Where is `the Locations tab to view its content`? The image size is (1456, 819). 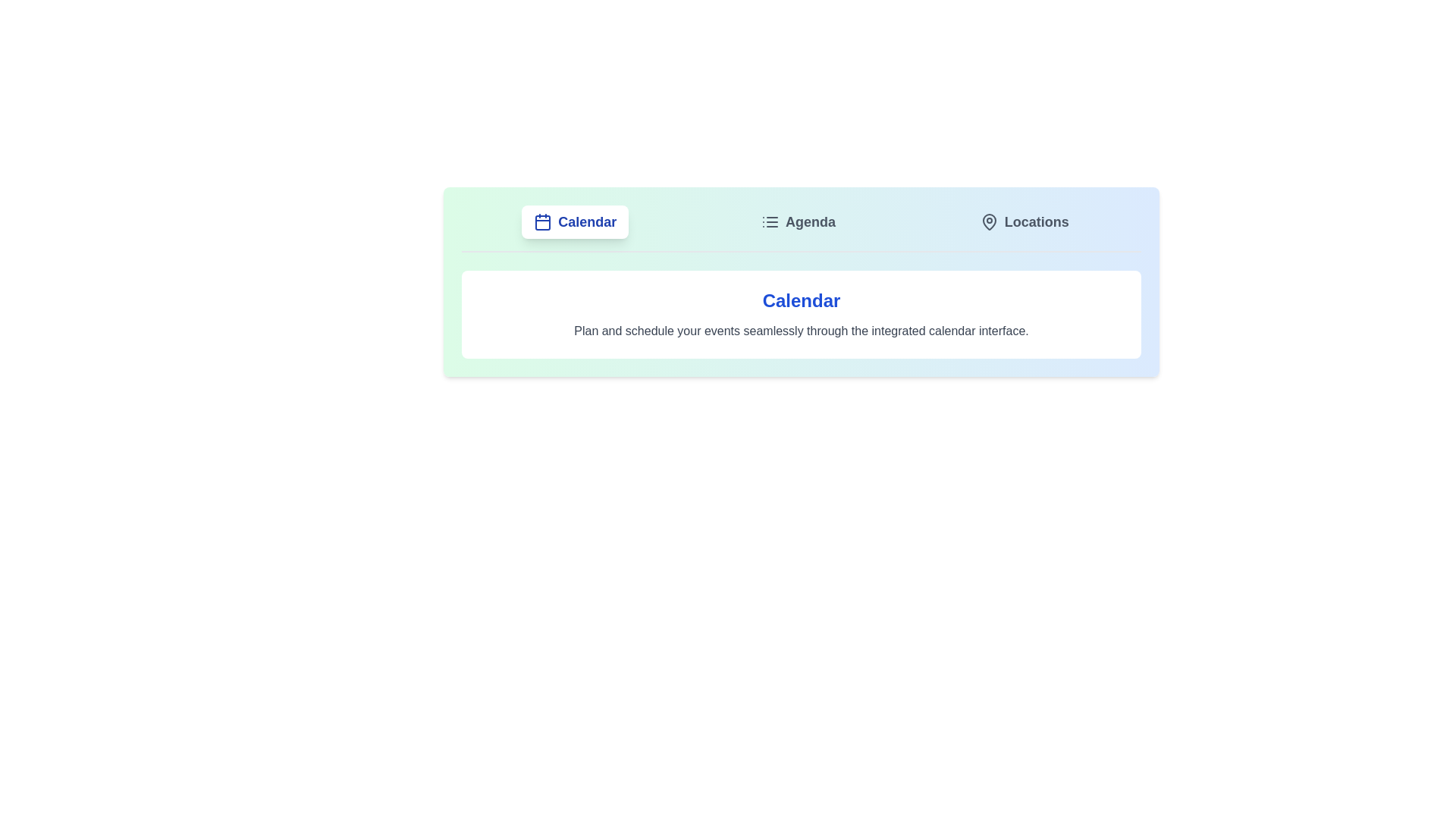
the Locations tab to view its content is located at coordinates (1025, 222).